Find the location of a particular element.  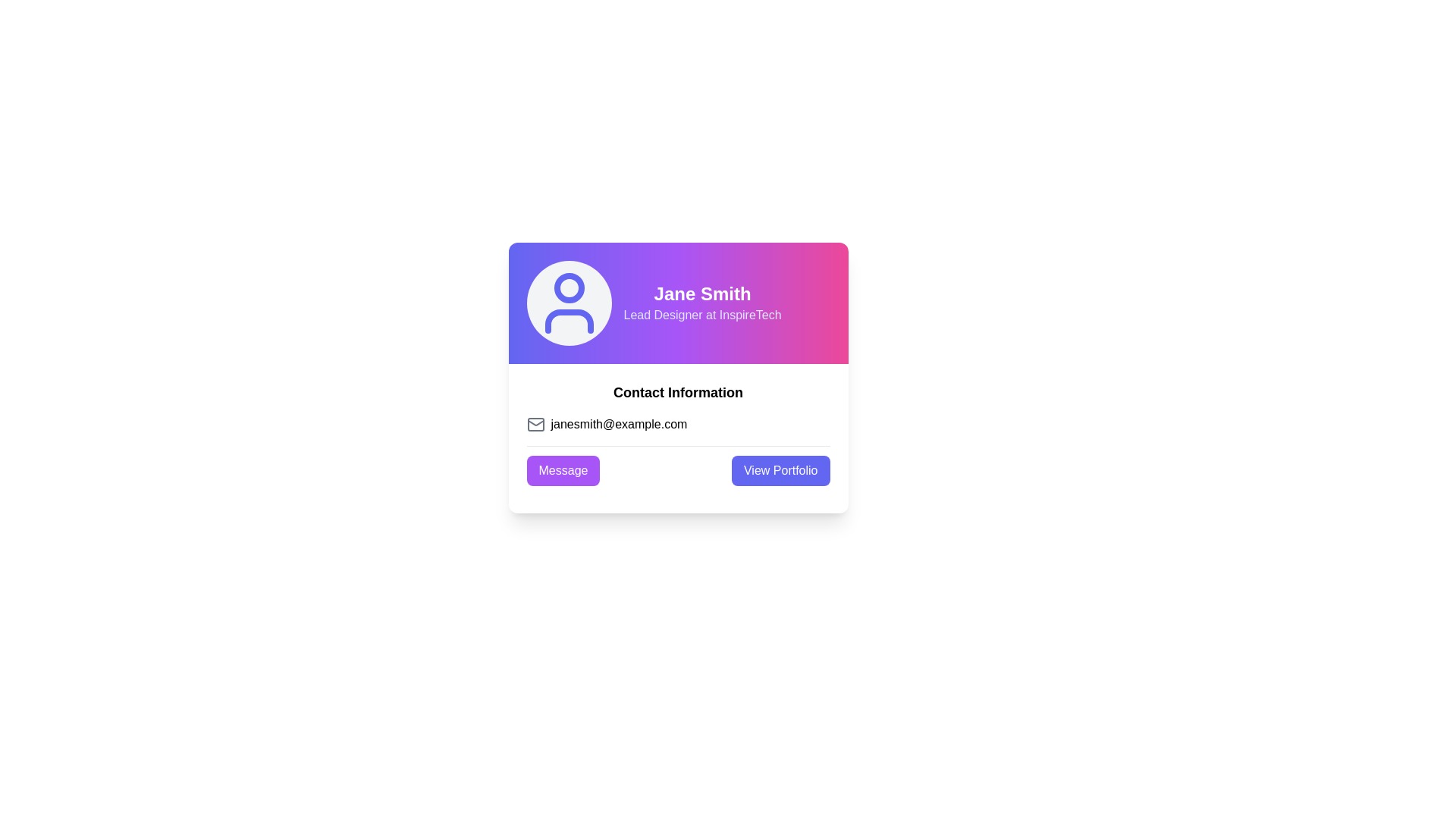

the text label containing the email address 'janesmith@example.com' to copy it is located at coordinates (677, 424).